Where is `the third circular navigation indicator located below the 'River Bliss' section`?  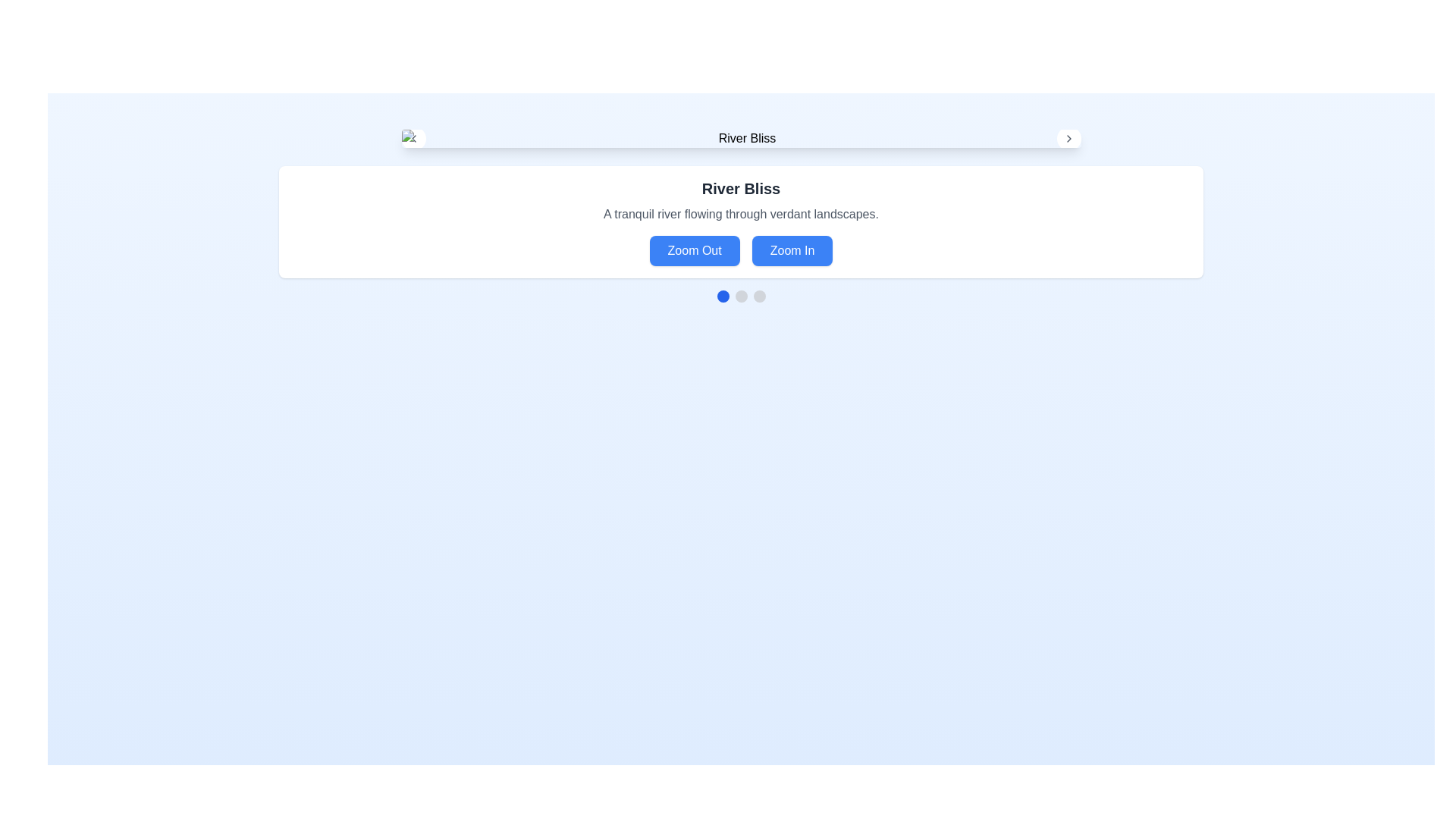
the third circular navigation indicator located below the 'River Bliss' section is located at coordinates (759, 296).